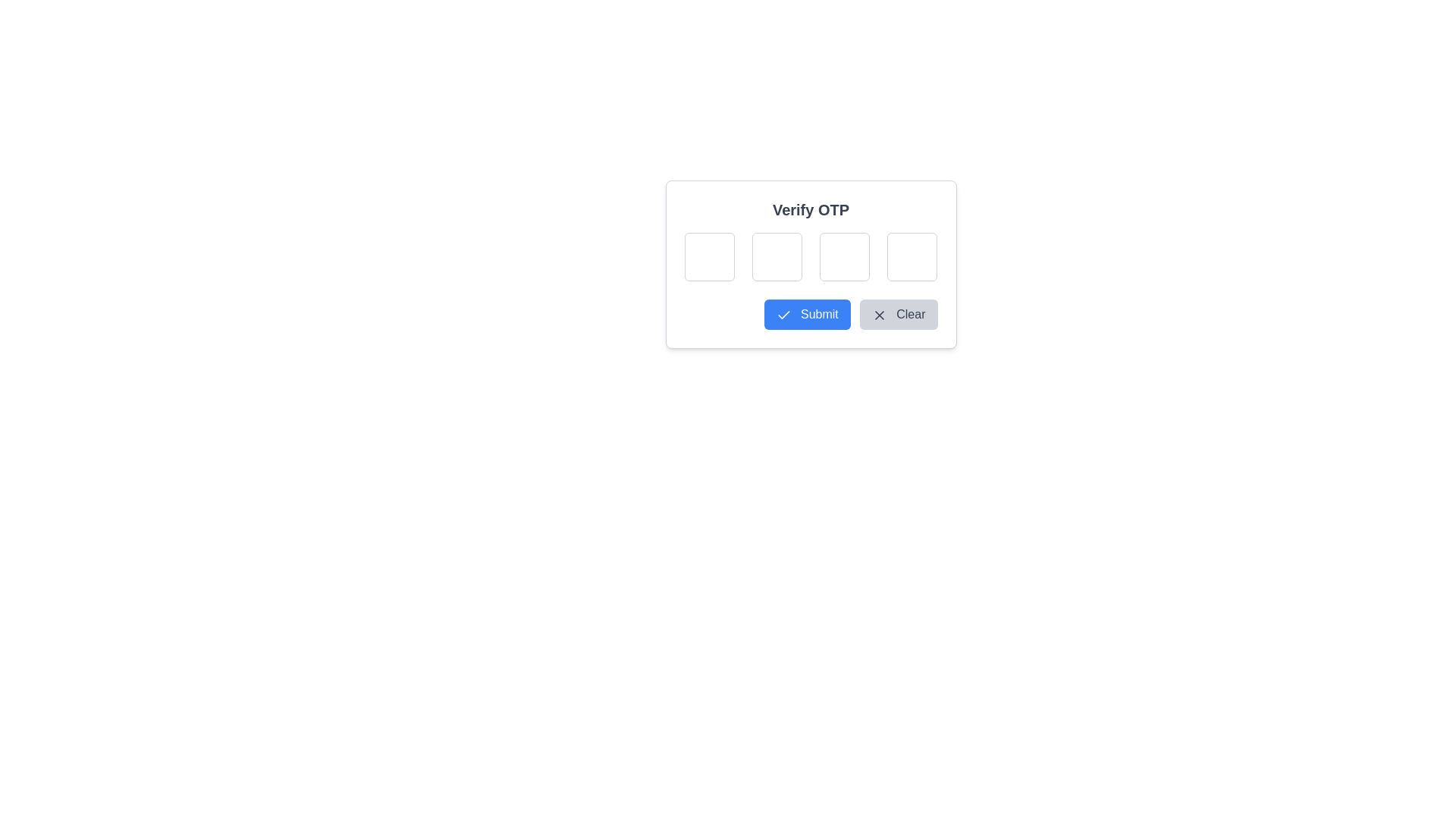 The height and width of the screenshot is (819, 1456). I want to click on the 'Submit' button, which is the leftmost button with a white checkmark icon on a blue background, so click(806, 314).